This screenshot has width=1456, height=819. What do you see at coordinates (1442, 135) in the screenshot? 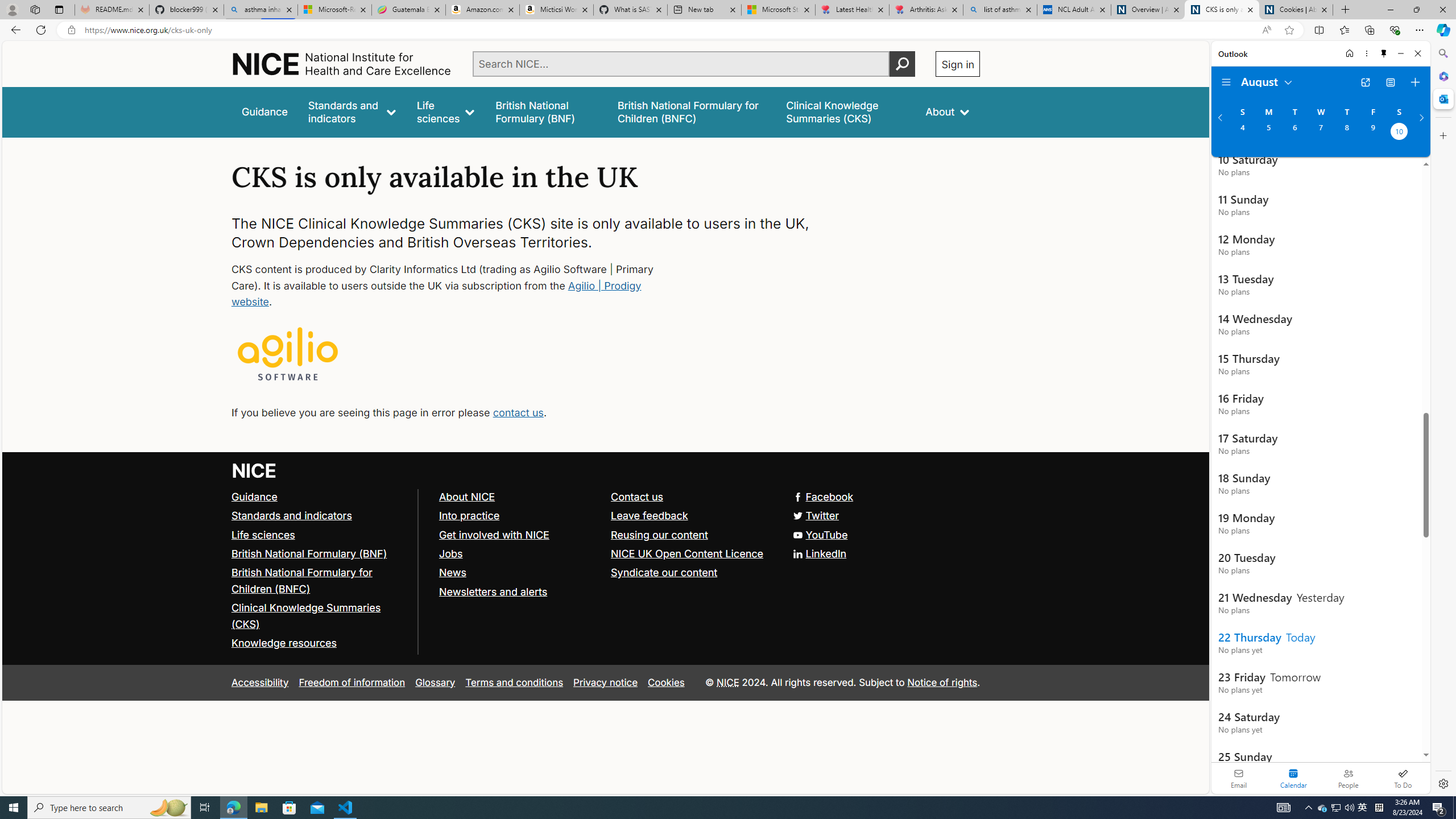
I see `'Close Customize pane'` at bounding box center [1442, 135].